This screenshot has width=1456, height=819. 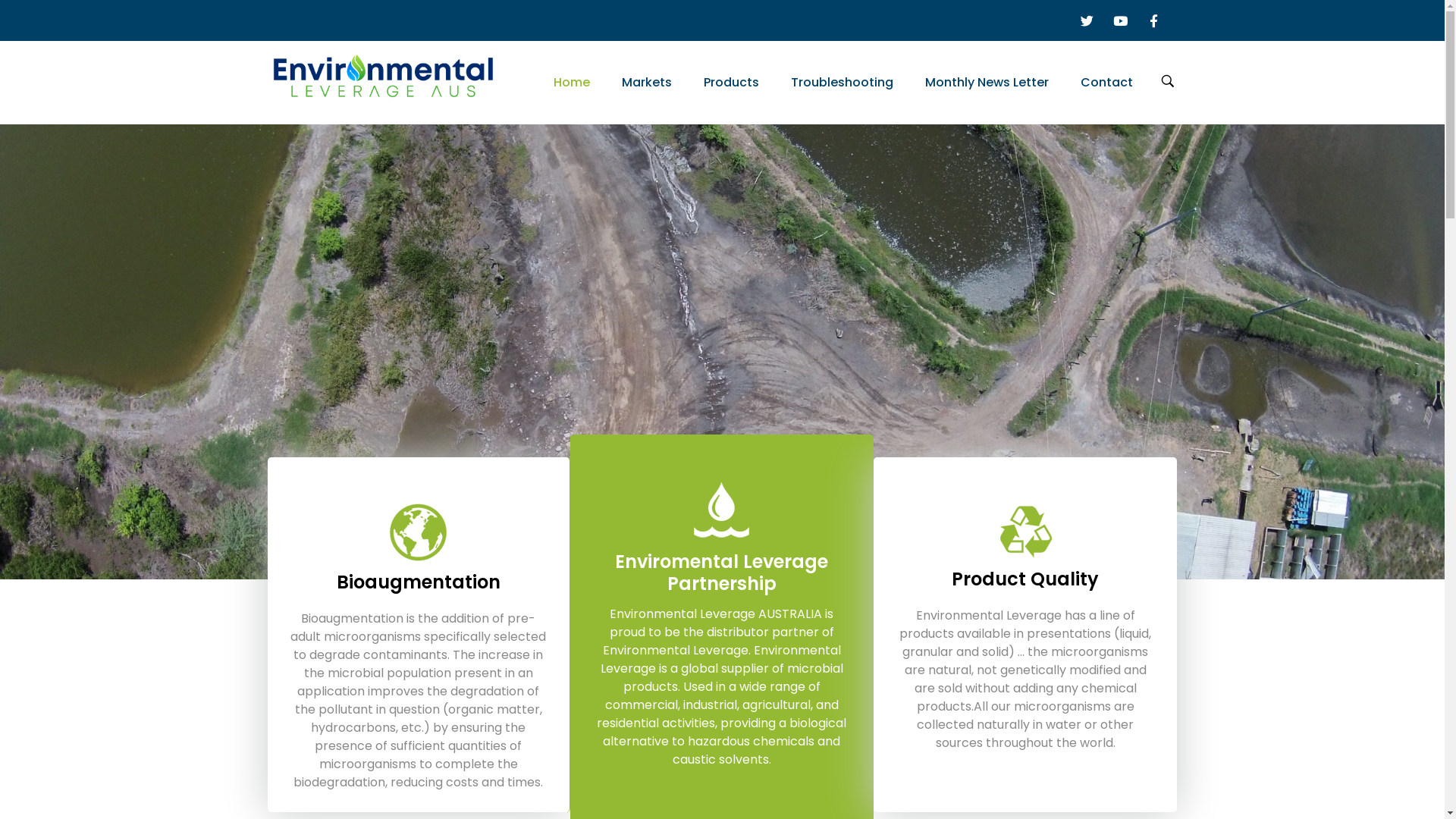 I want to click on 'Products', so click(x=730, y=82).